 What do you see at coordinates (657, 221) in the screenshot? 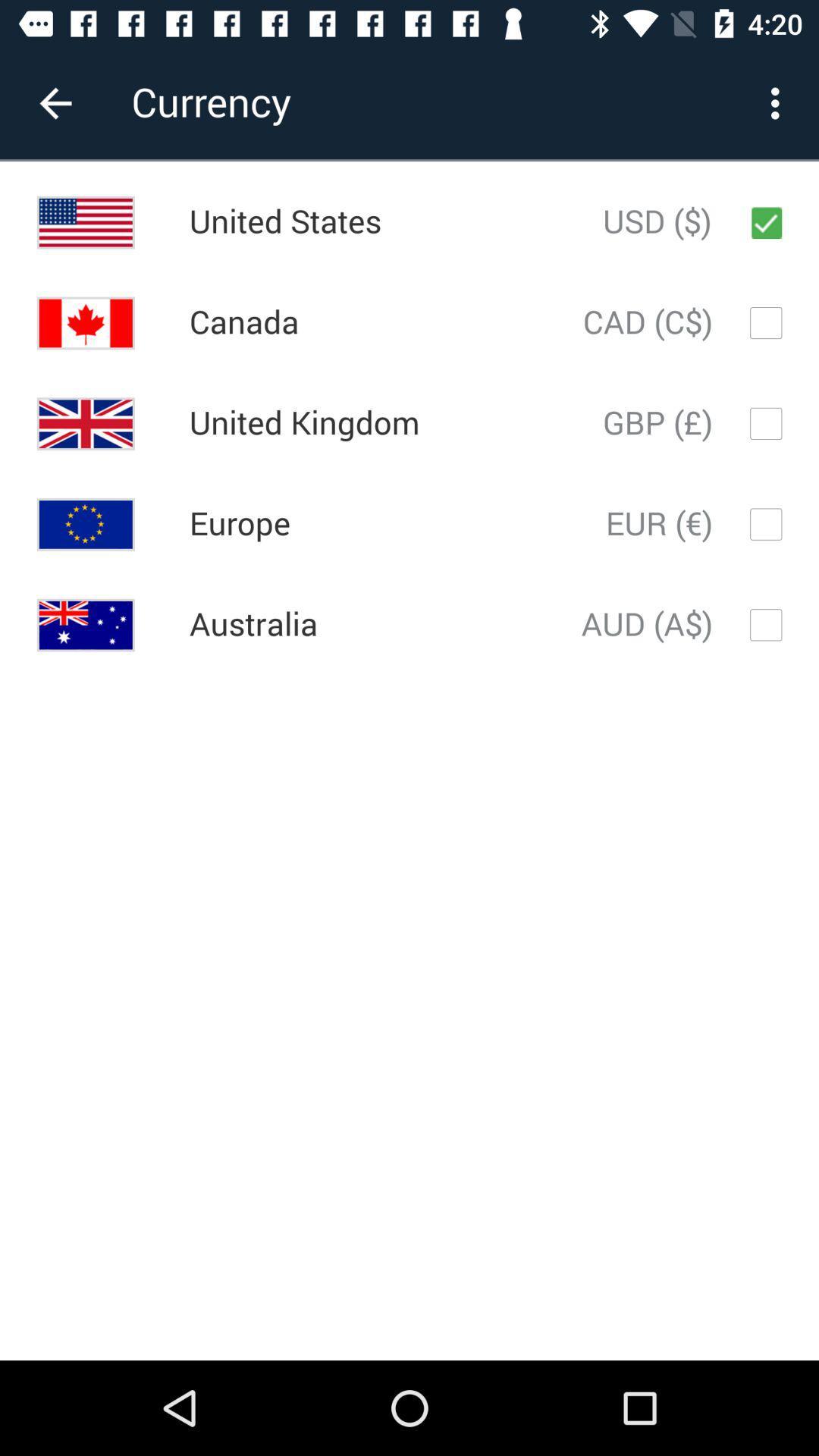
I see `the usd ($) icon` at bounding box center [657, 221].